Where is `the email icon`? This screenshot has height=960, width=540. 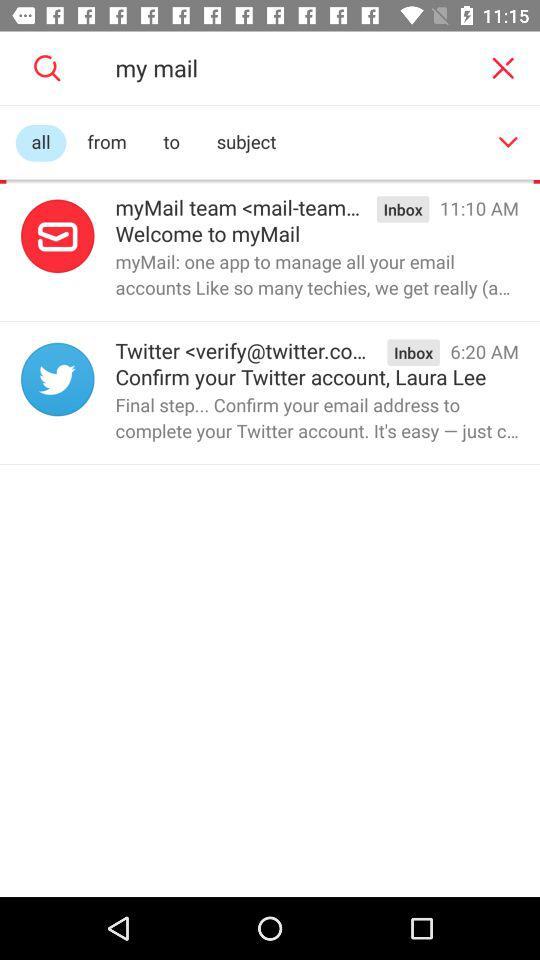 the email icon is located at coordinates (57, 236).